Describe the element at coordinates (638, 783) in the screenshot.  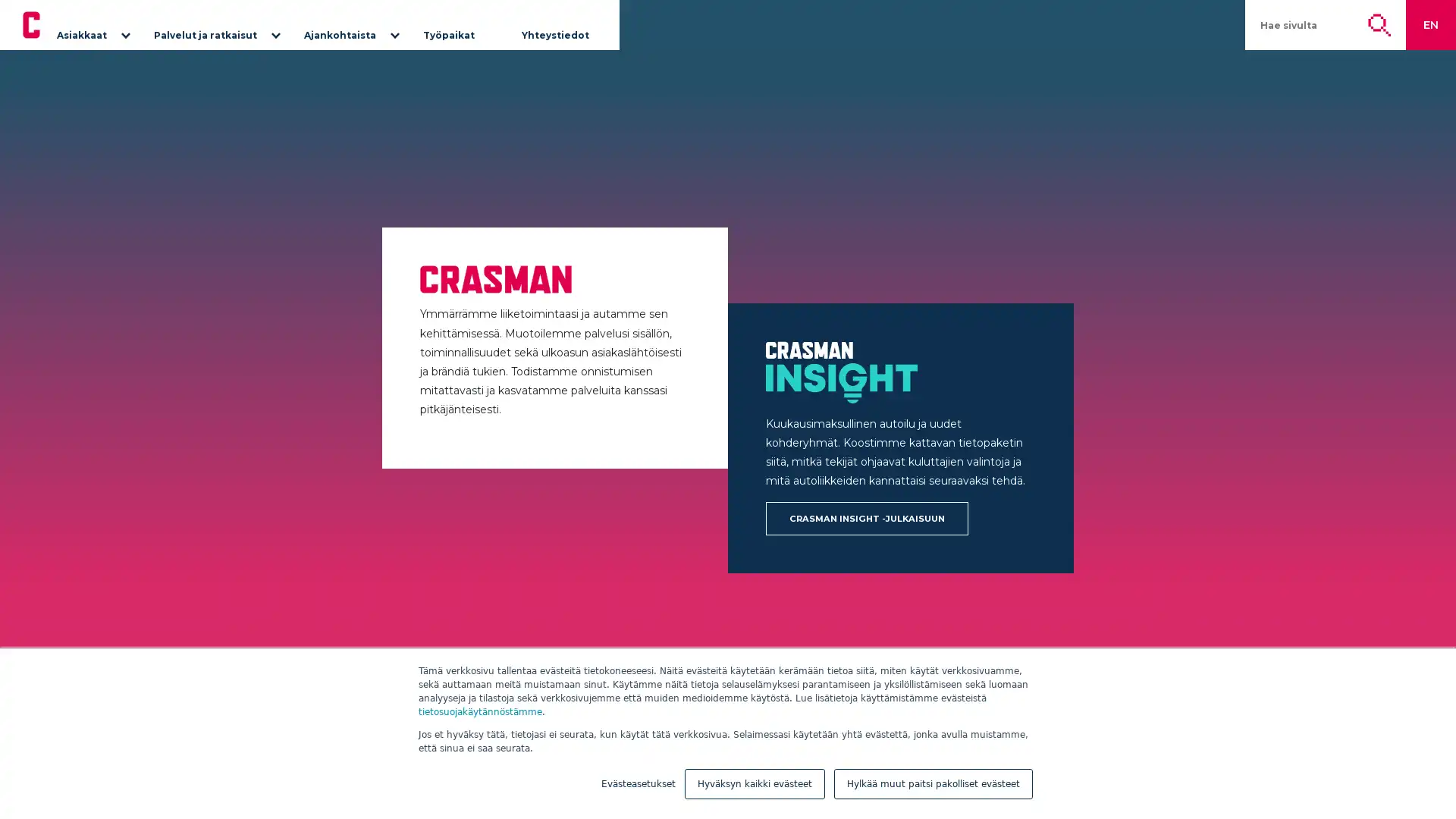
I see `Evasteasetukset` at that location.